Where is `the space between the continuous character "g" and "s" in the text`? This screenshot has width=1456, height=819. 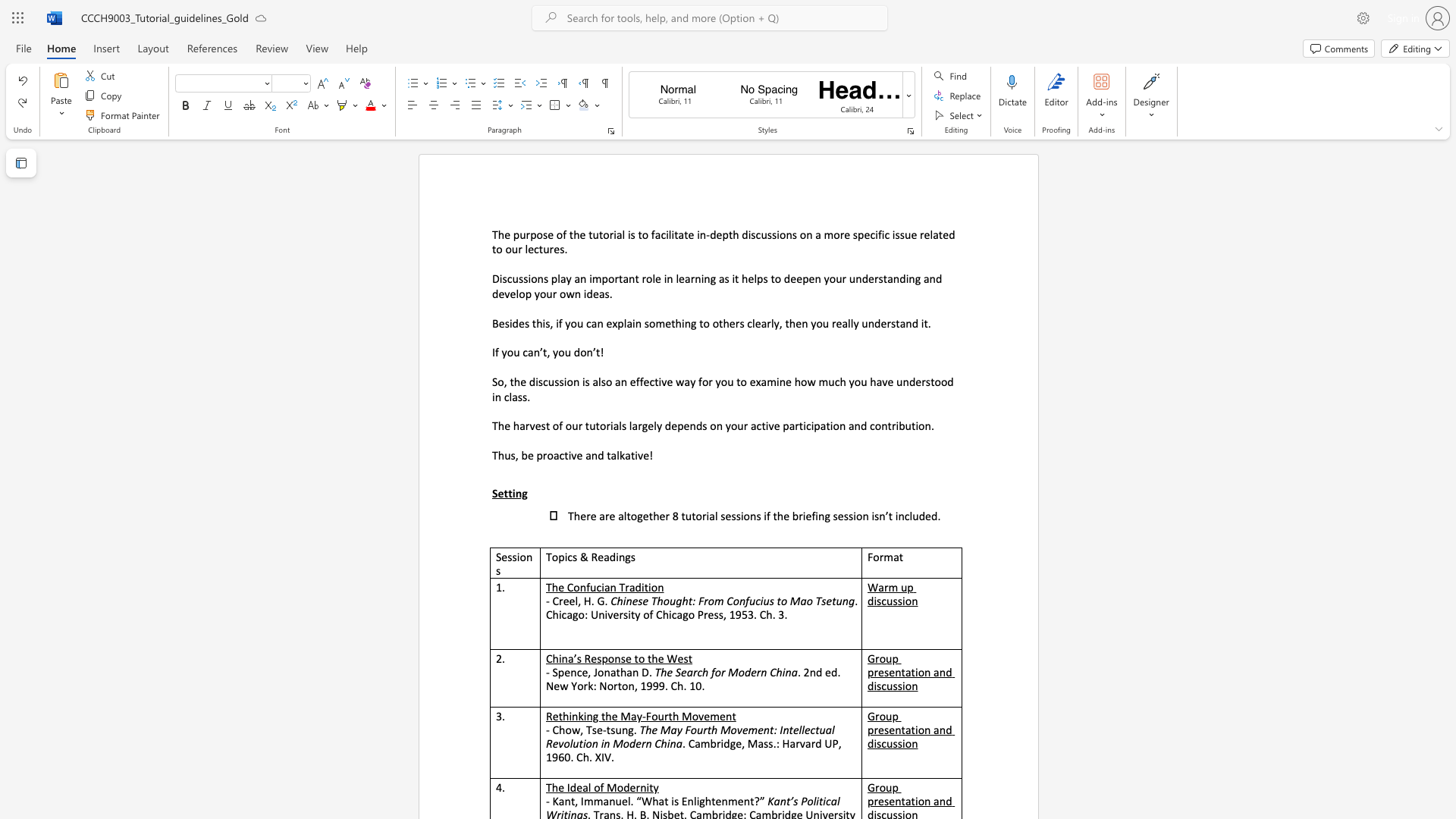
the space between the continuous character "g" and "s" in the text is located at coordinates (630, 557).